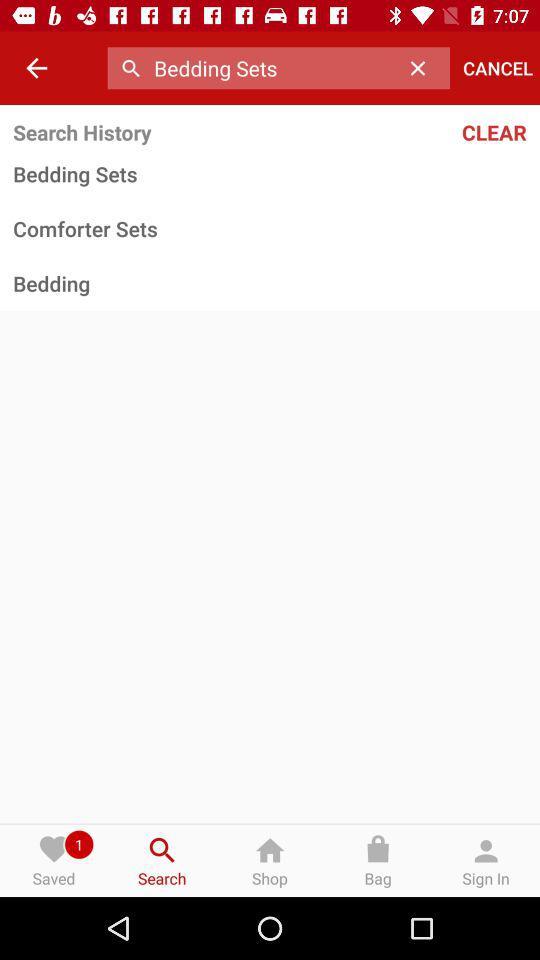 Image resolution: width=540 pixels, height=960 pixels. I want to click on icon below the cancel item, so click(449, 131).